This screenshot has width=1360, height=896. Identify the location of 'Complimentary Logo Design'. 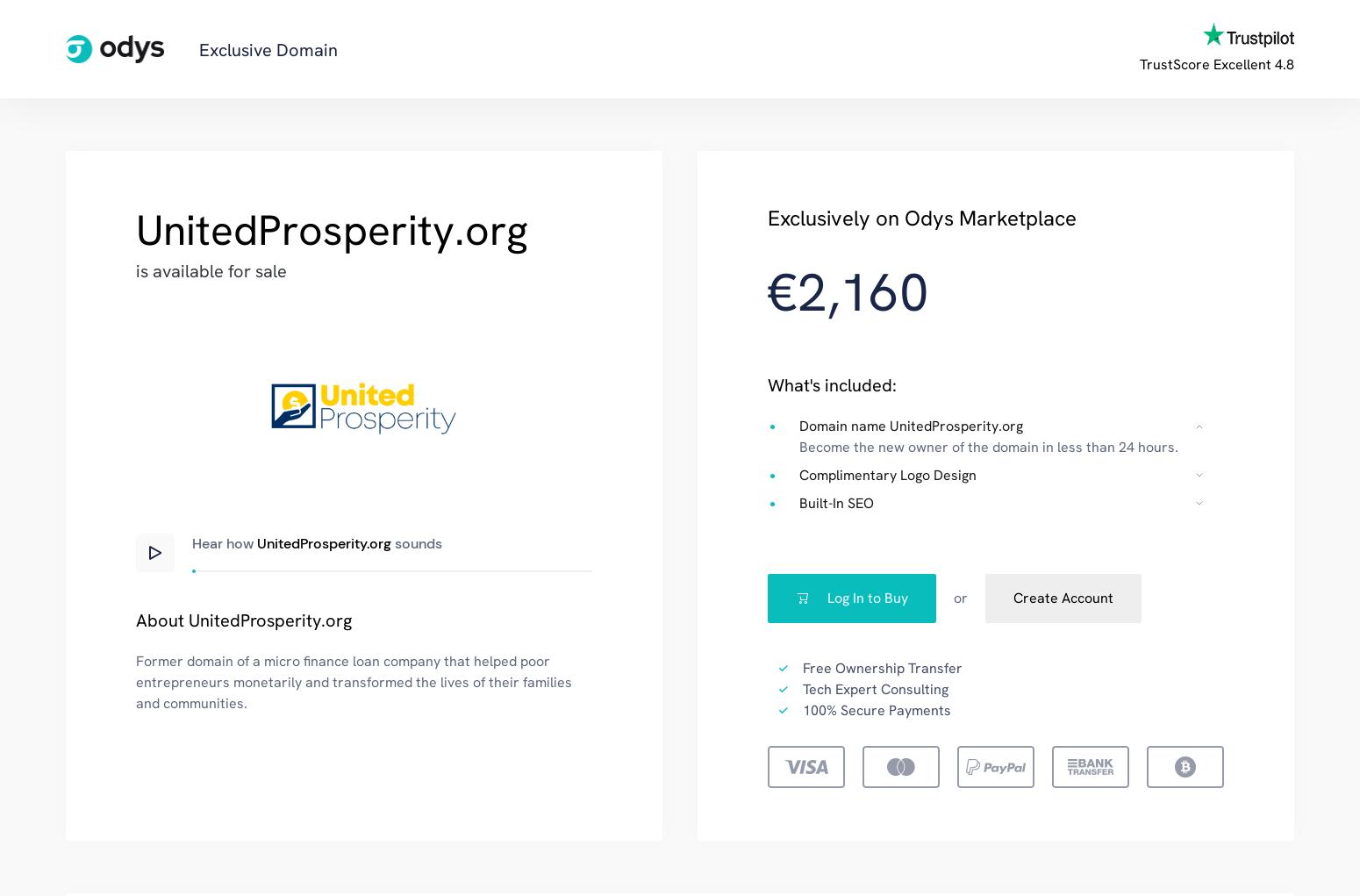
(887, 474).